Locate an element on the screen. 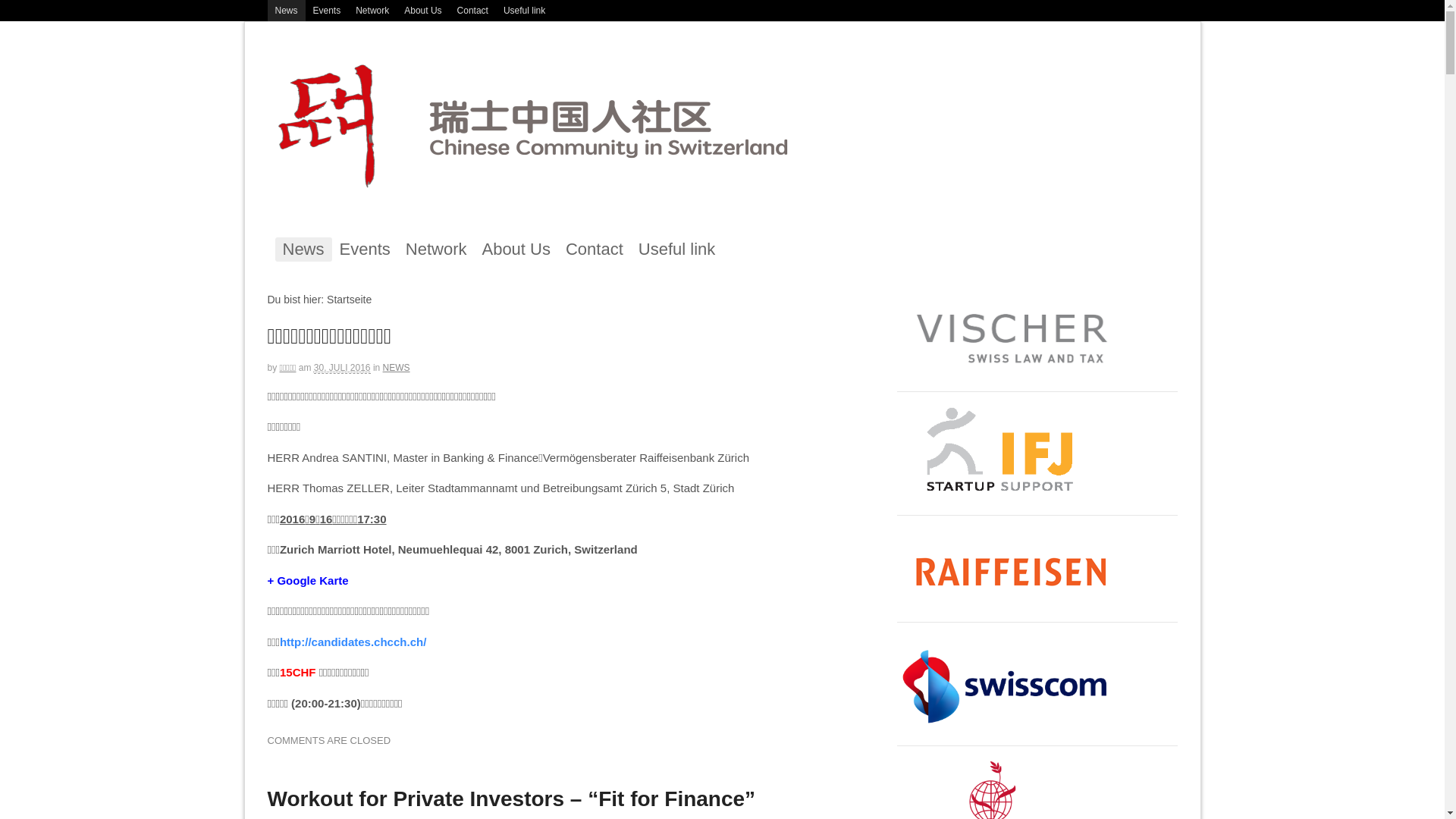  'About Us' is located at coordinates (422, 11).